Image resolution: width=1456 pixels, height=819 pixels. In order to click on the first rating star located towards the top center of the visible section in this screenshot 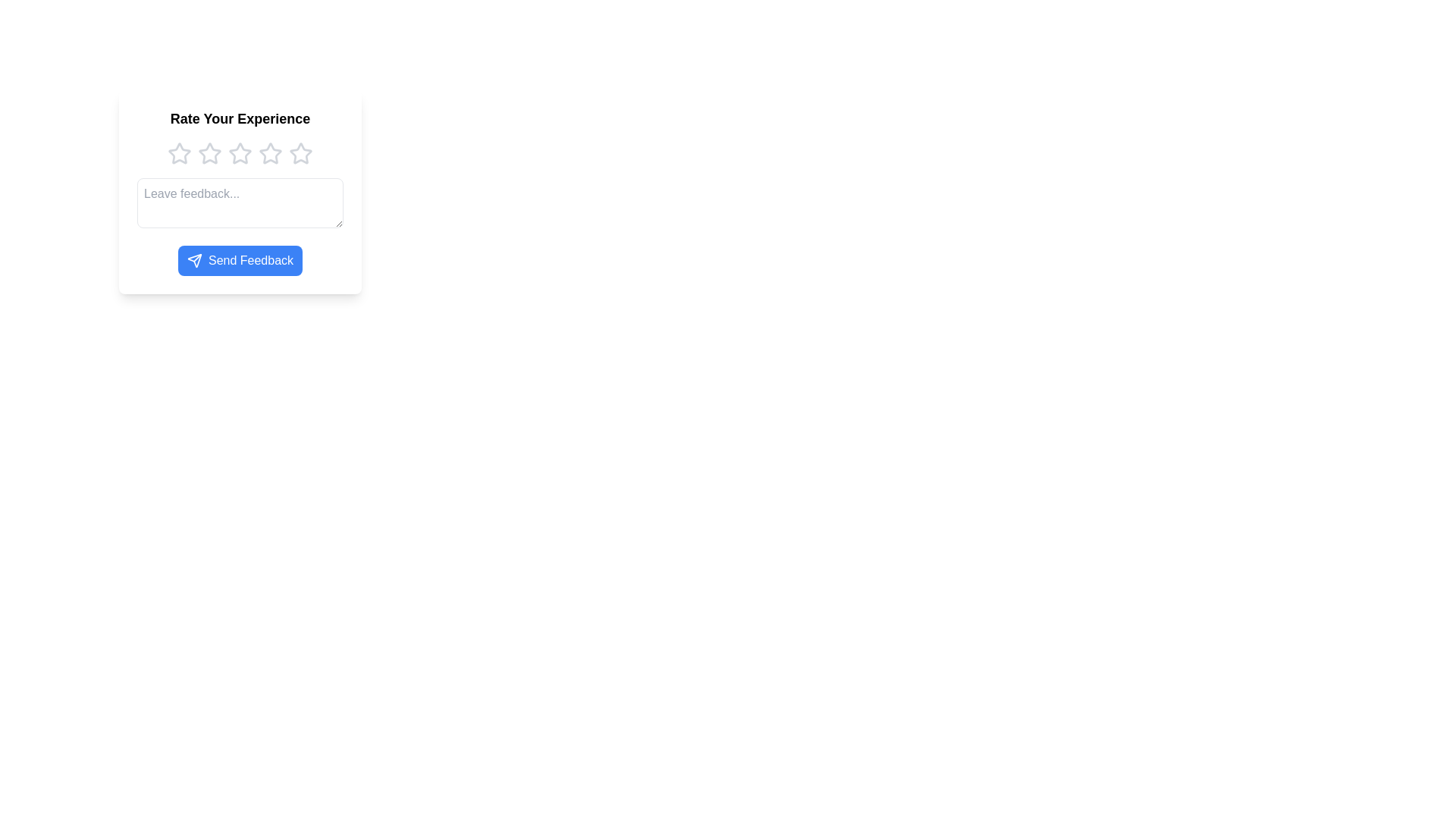, I will do `click(179, 154)`.